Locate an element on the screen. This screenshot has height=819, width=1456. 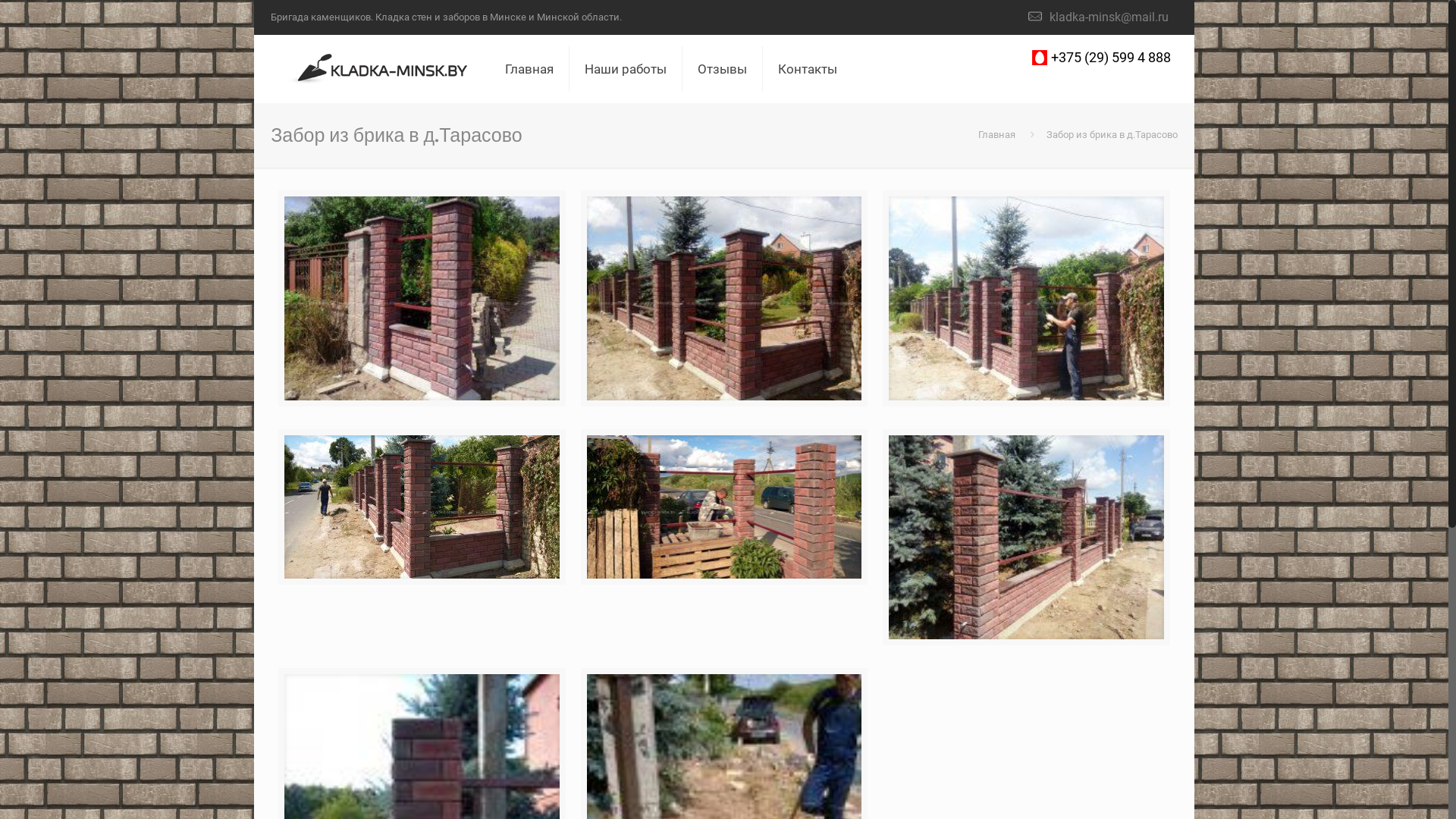
'kladka-minsk@mail.ru' is located at coordinates (1048, 17).